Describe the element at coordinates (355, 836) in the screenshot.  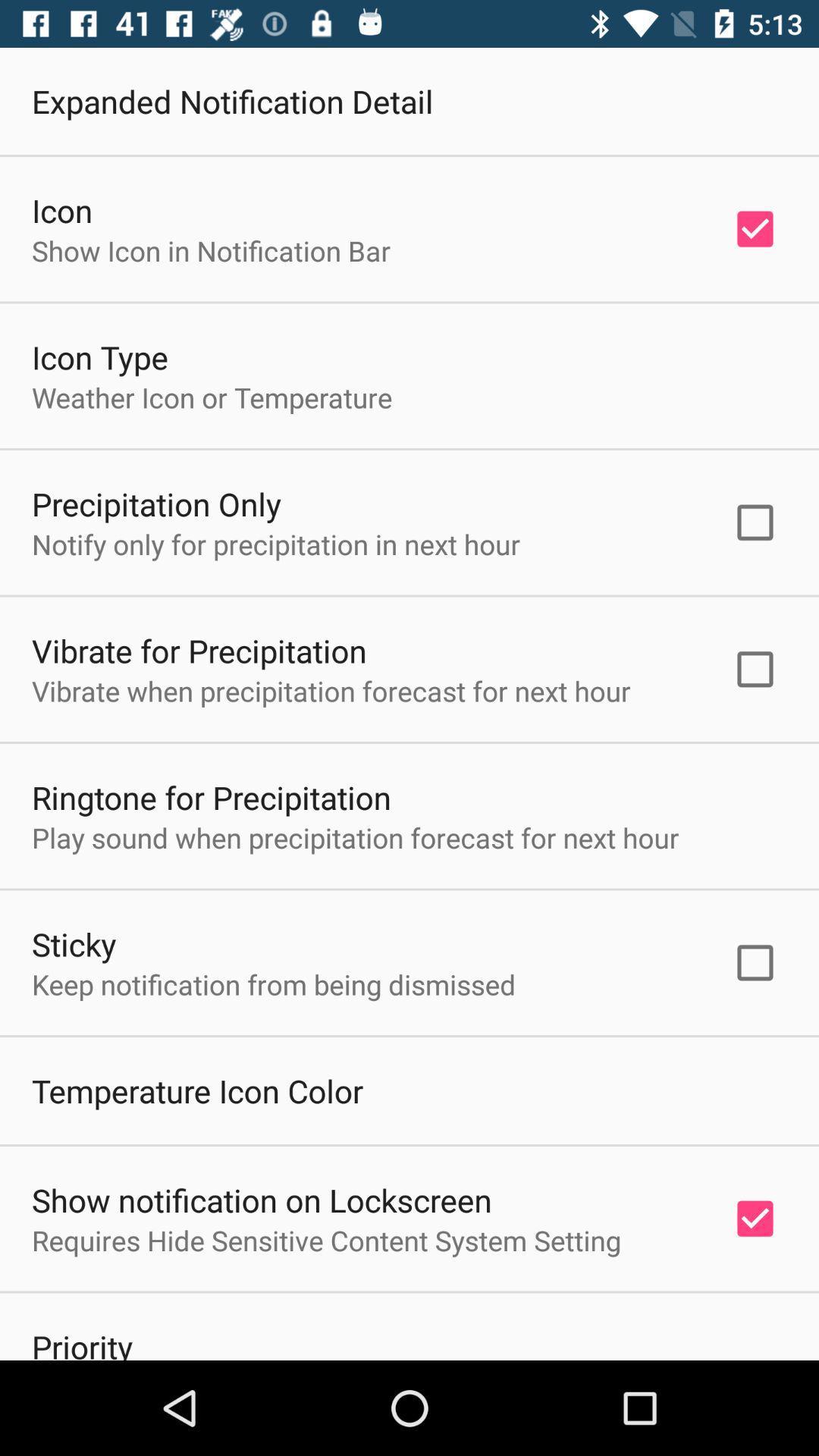
I see `the icon below the ringtone for precipitation item` at that location.